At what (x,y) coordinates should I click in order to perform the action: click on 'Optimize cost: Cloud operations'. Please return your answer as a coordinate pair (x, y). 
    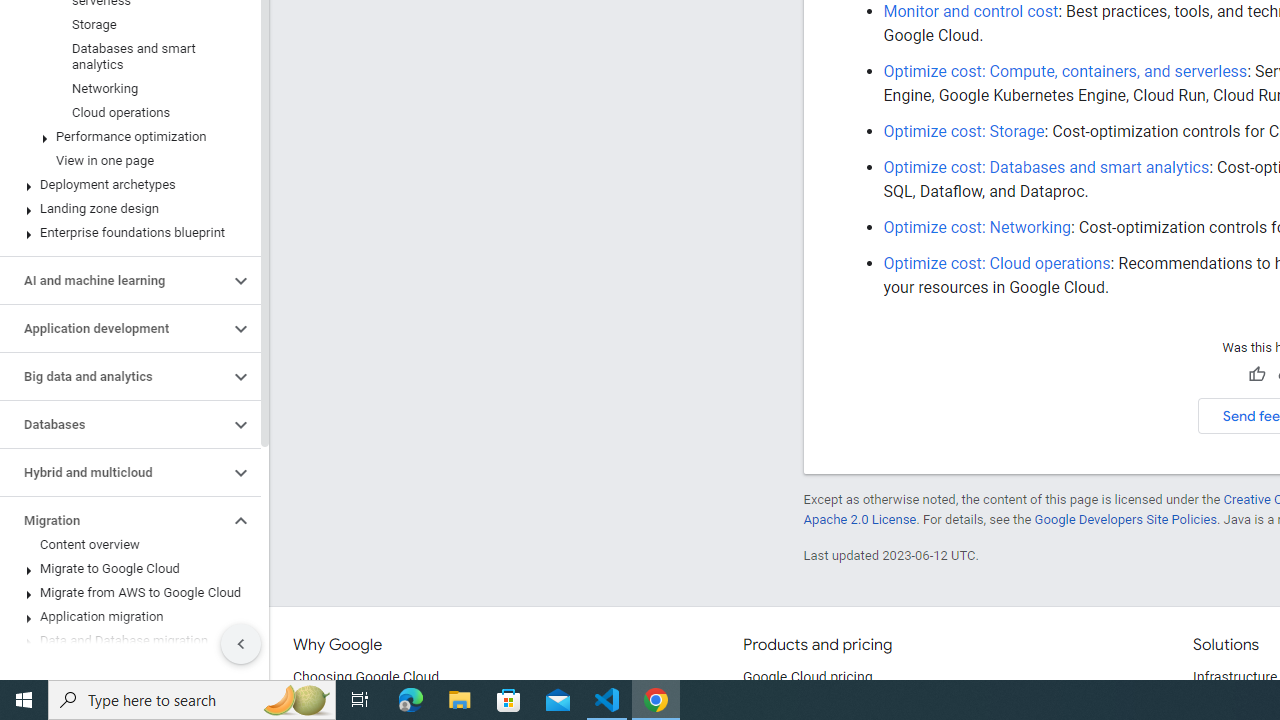
    Looking at the image, I should click on (997, 262).